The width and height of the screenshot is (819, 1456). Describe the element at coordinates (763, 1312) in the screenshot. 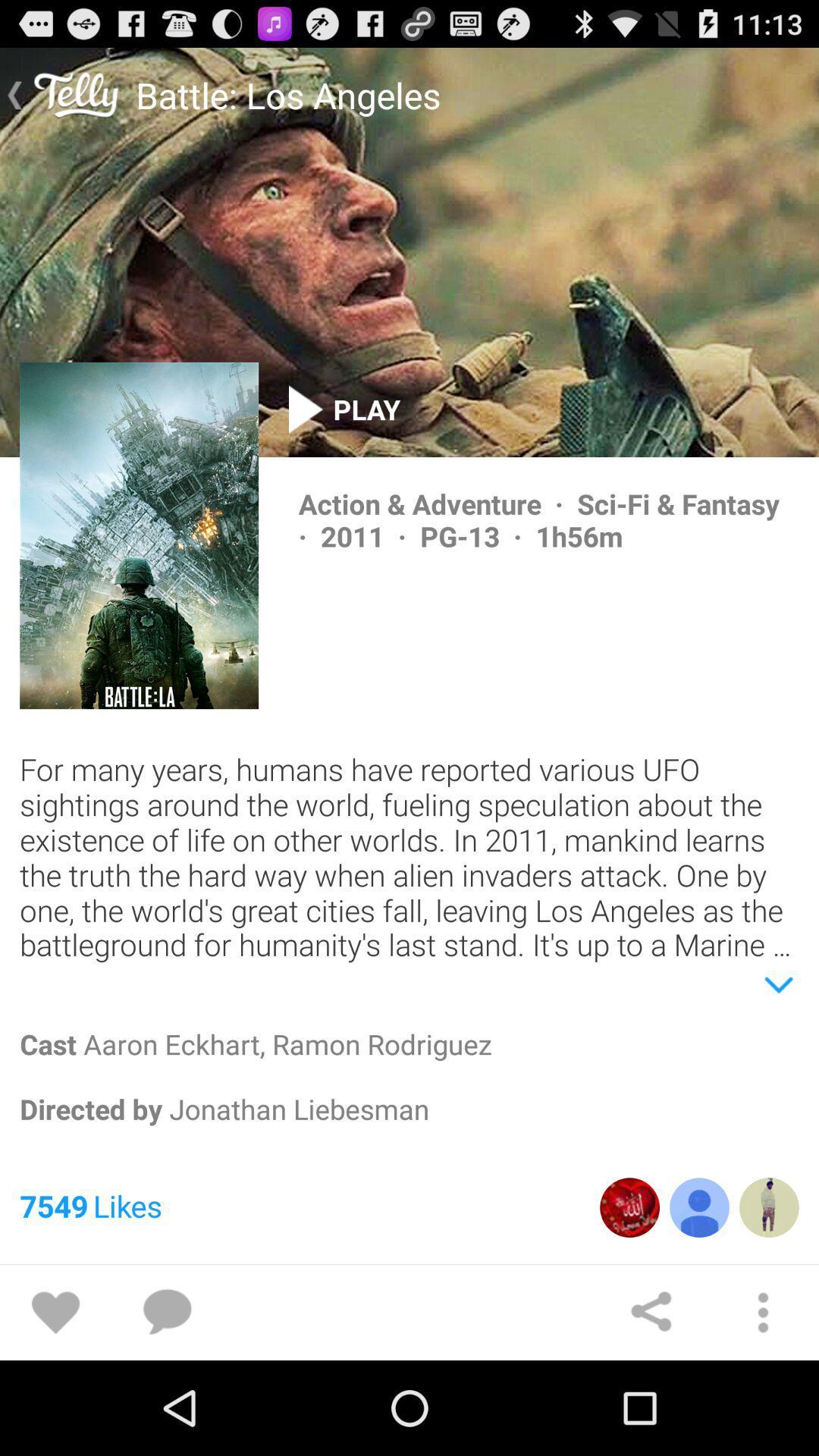

I see `options` at that location.